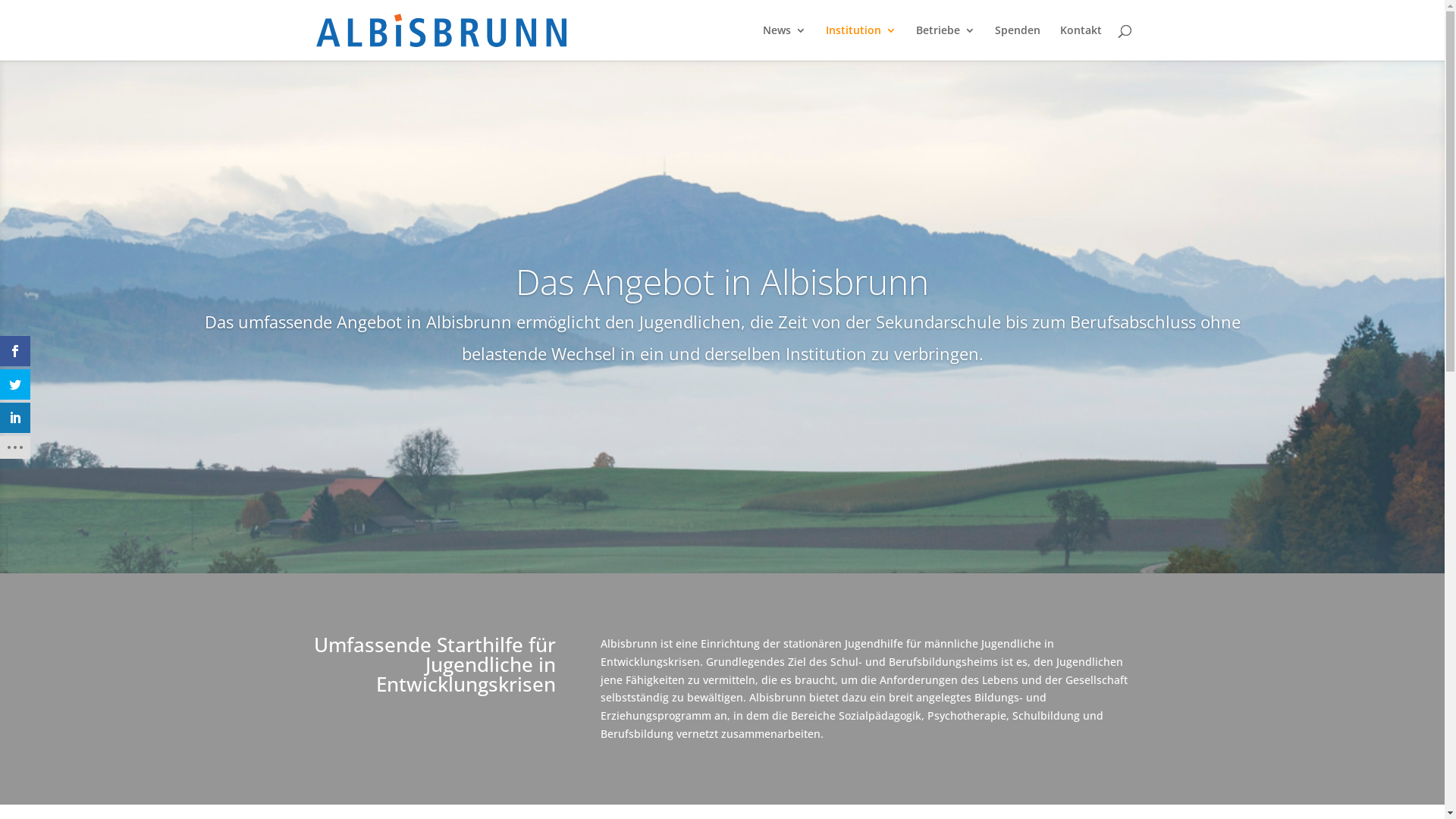  I want to click on 'Institution', so click(860, 42).